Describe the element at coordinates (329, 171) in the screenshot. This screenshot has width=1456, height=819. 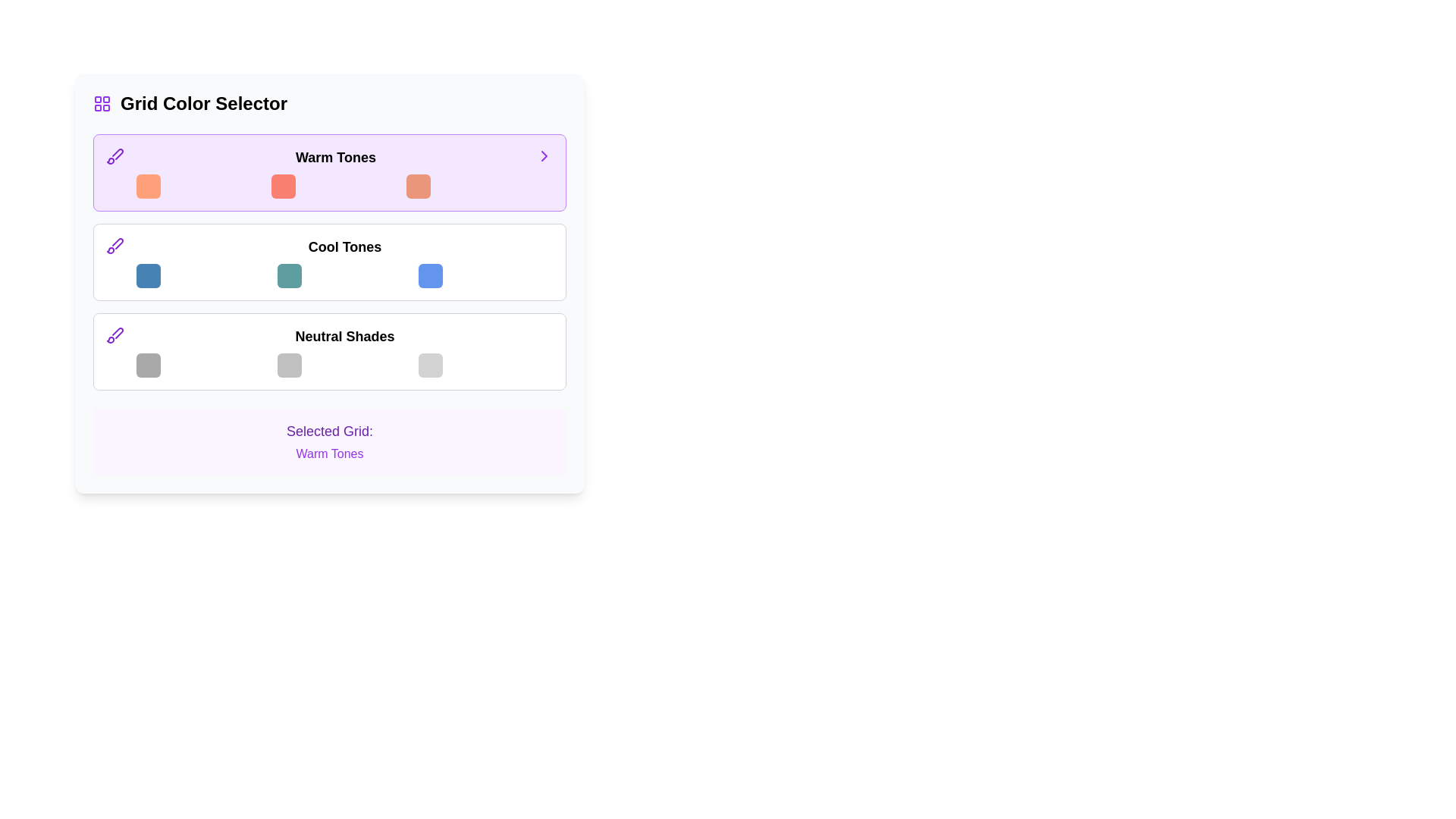
I see `the 'Warm Tones' Card component` at that location.